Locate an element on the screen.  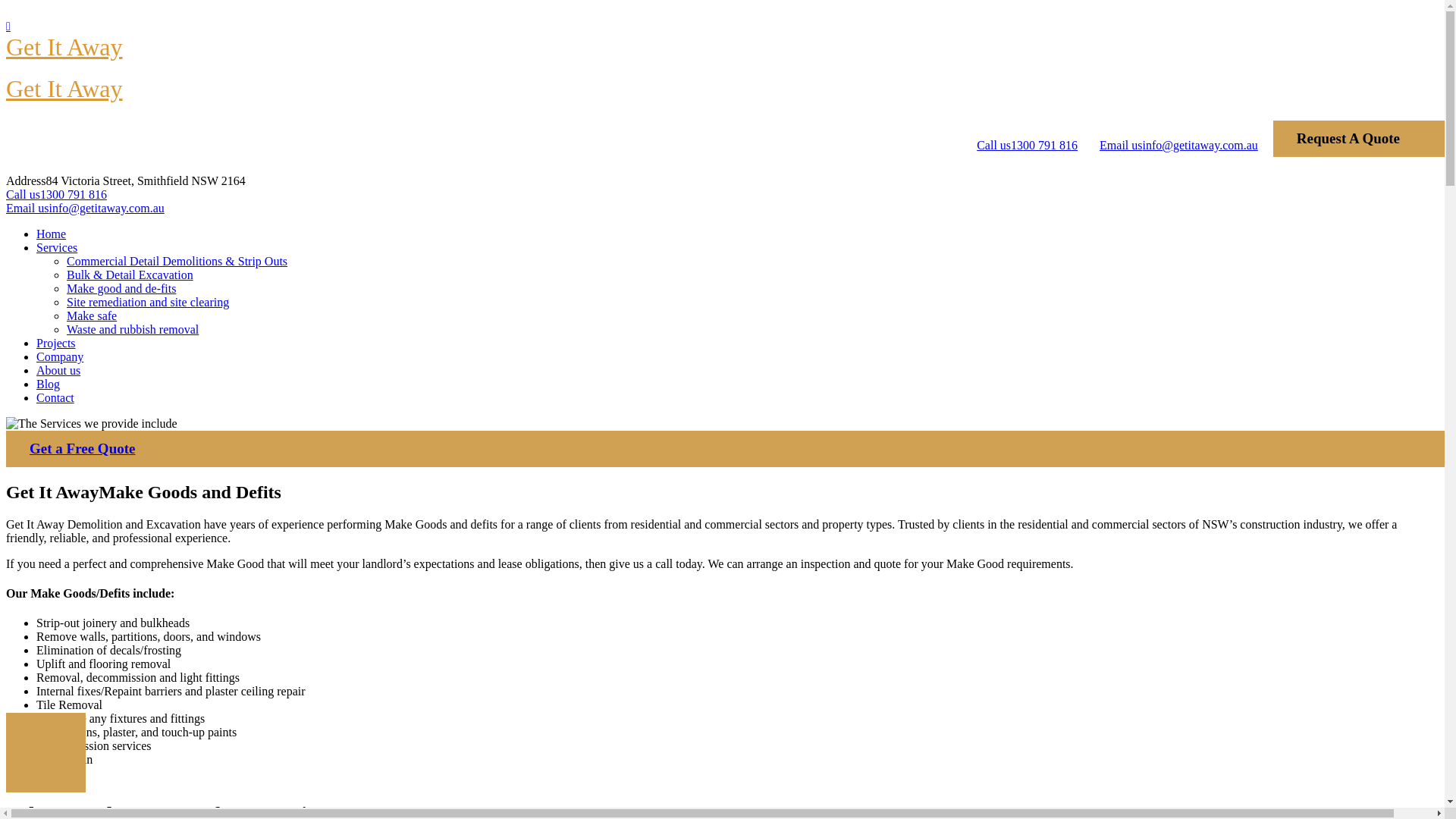
'Company' is located at coordinates (36, 356).